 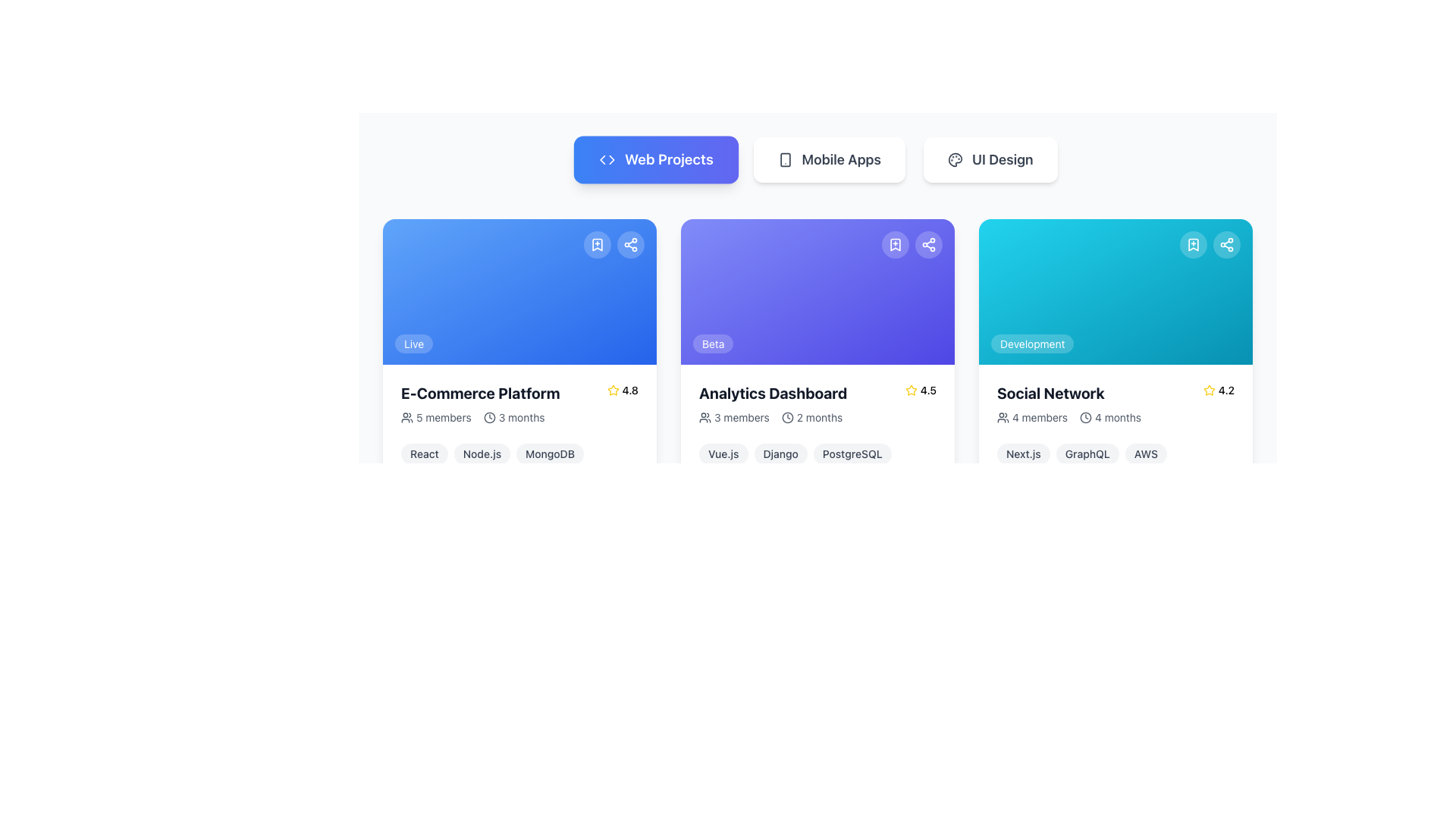 What do you see at coordinates (852, 453) in the screenshot?
I see `the pill-shaped label displaying 'PostgreSQL' to read its text` at bounding box center [852, 453].